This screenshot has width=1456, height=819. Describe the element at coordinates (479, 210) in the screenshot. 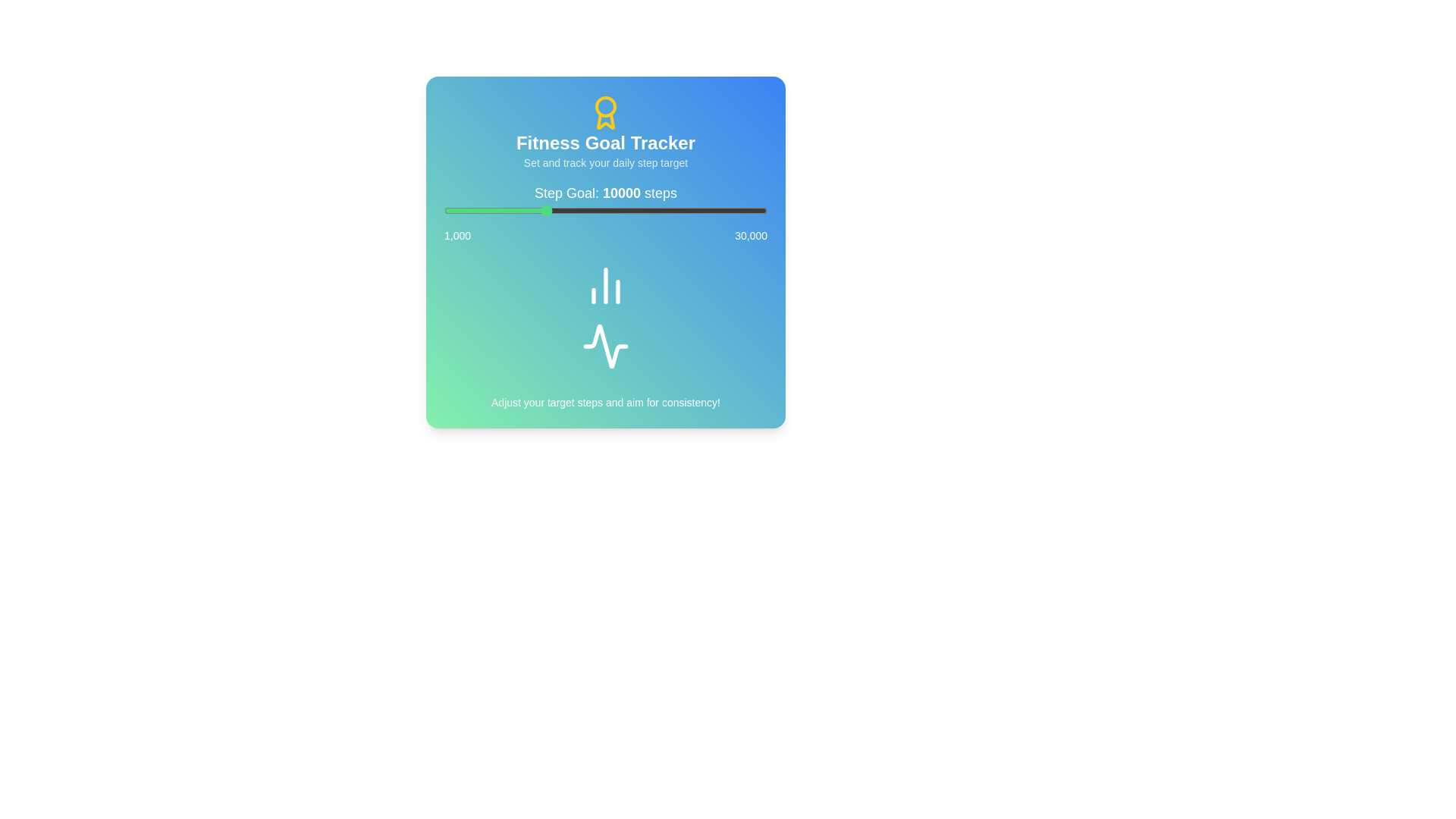

I see `the step goal to 4136 steps using the slider` at that location.